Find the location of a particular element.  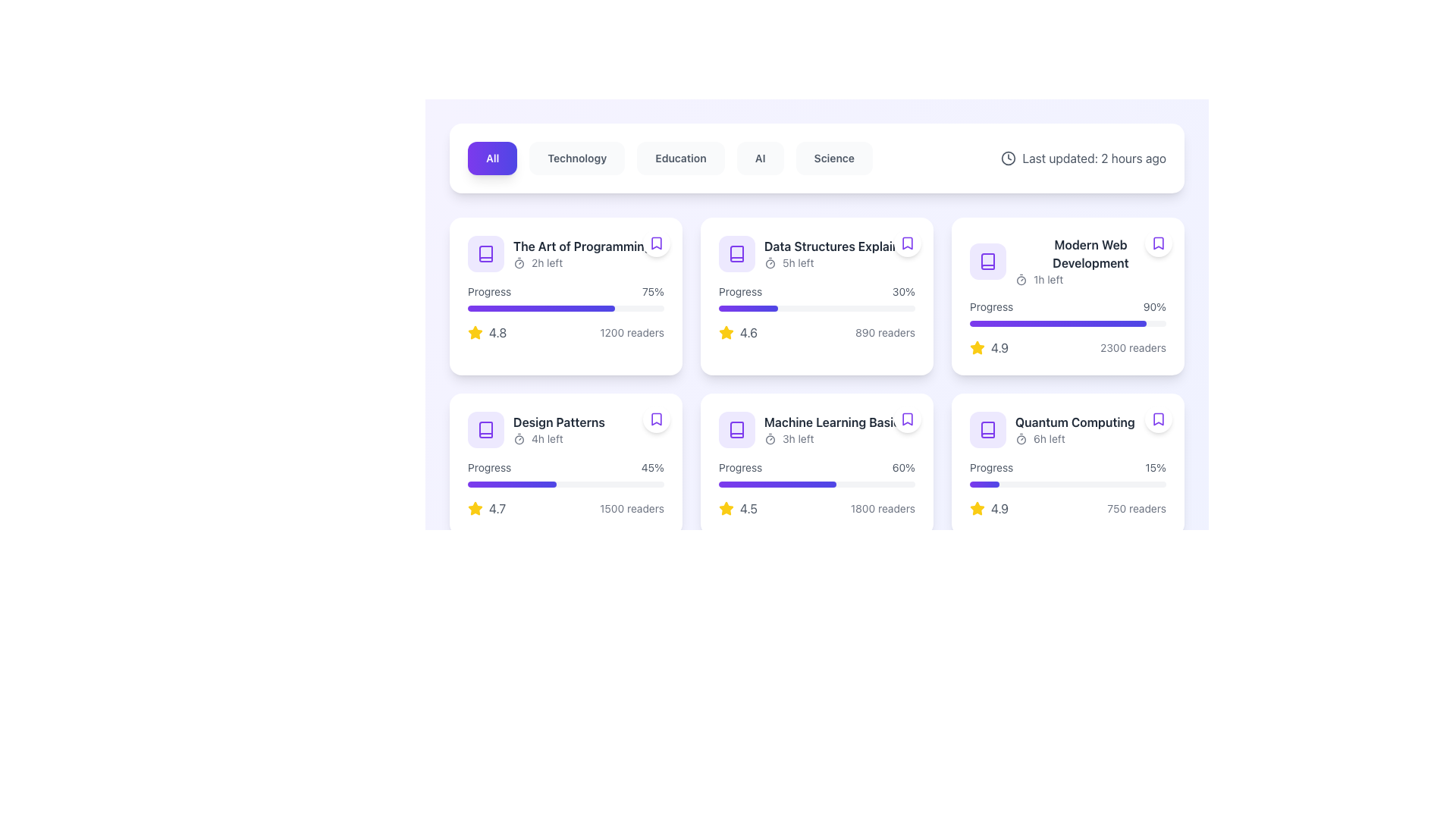

the violet bookmark icon within the circular button located in the top-right corner of the 'Modern Web Development' card is located at coordinates (1157, 242).